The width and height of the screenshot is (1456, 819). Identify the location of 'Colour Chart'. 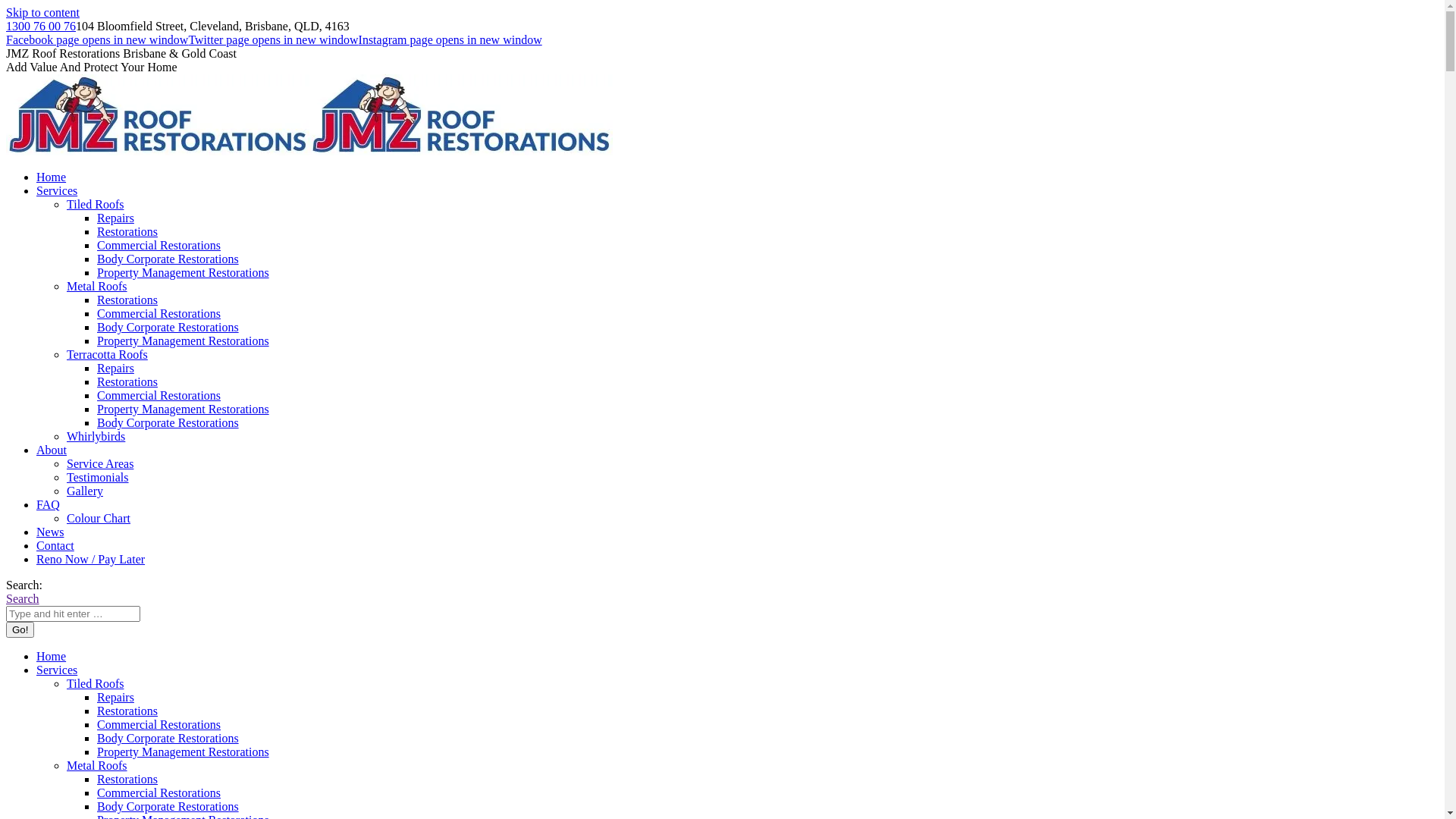
(97, 517).